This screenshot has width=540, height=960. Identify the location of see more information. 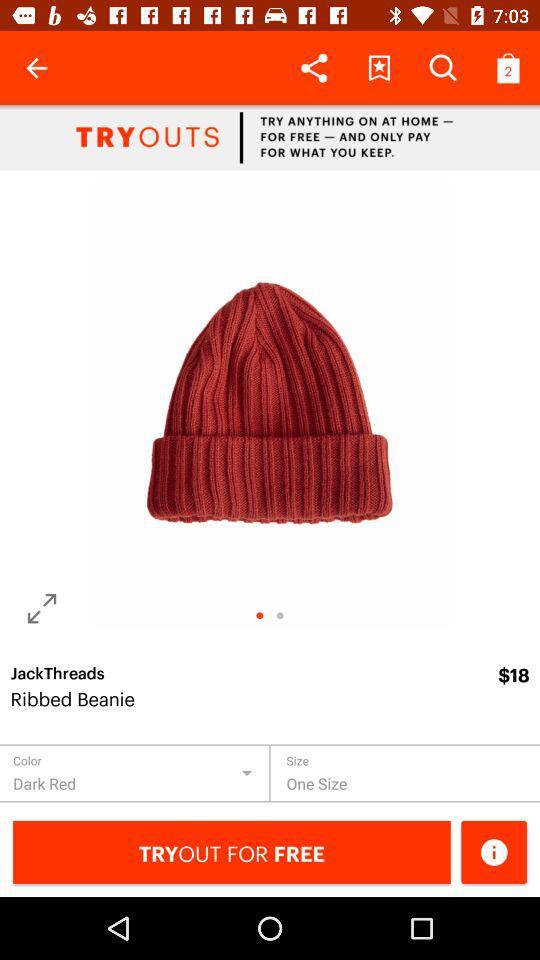
(493, 851).